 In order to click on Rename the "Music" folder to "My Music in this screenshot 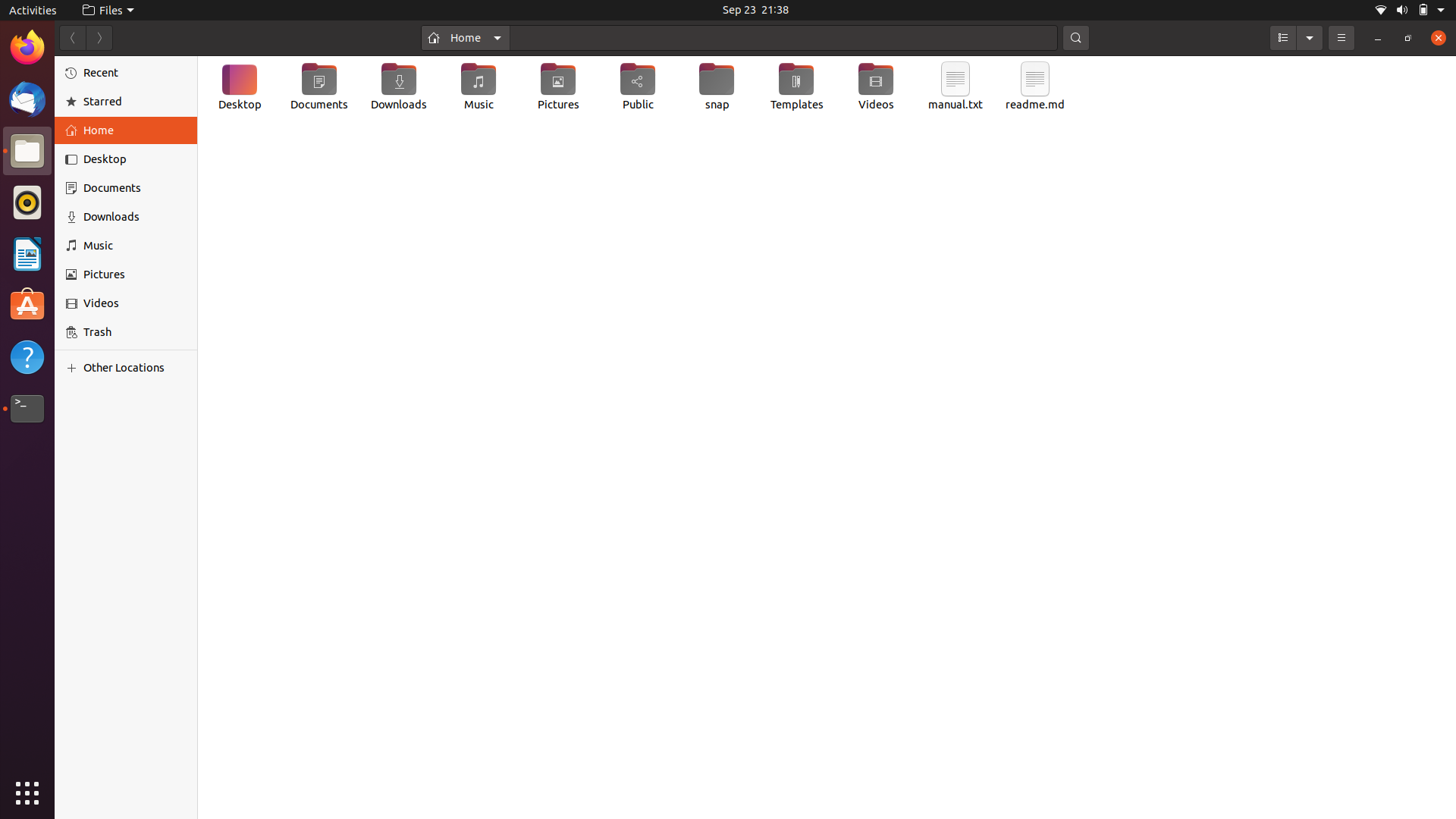, I will do `click(477, 89)`.